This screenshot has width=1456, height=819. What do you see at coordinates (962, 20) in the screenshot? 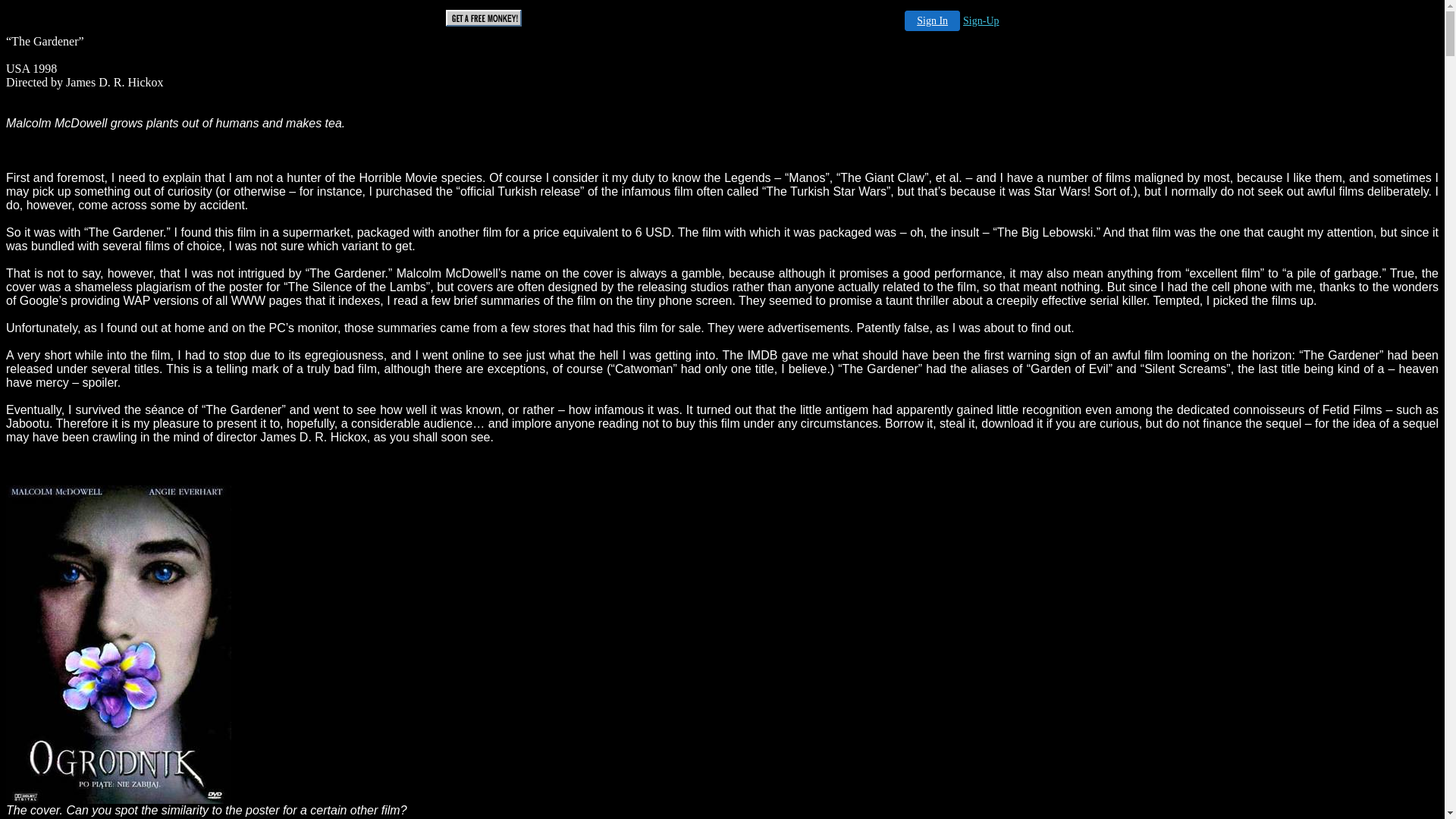
I see `'Sign-Up'` at bounding box center [962, 20].